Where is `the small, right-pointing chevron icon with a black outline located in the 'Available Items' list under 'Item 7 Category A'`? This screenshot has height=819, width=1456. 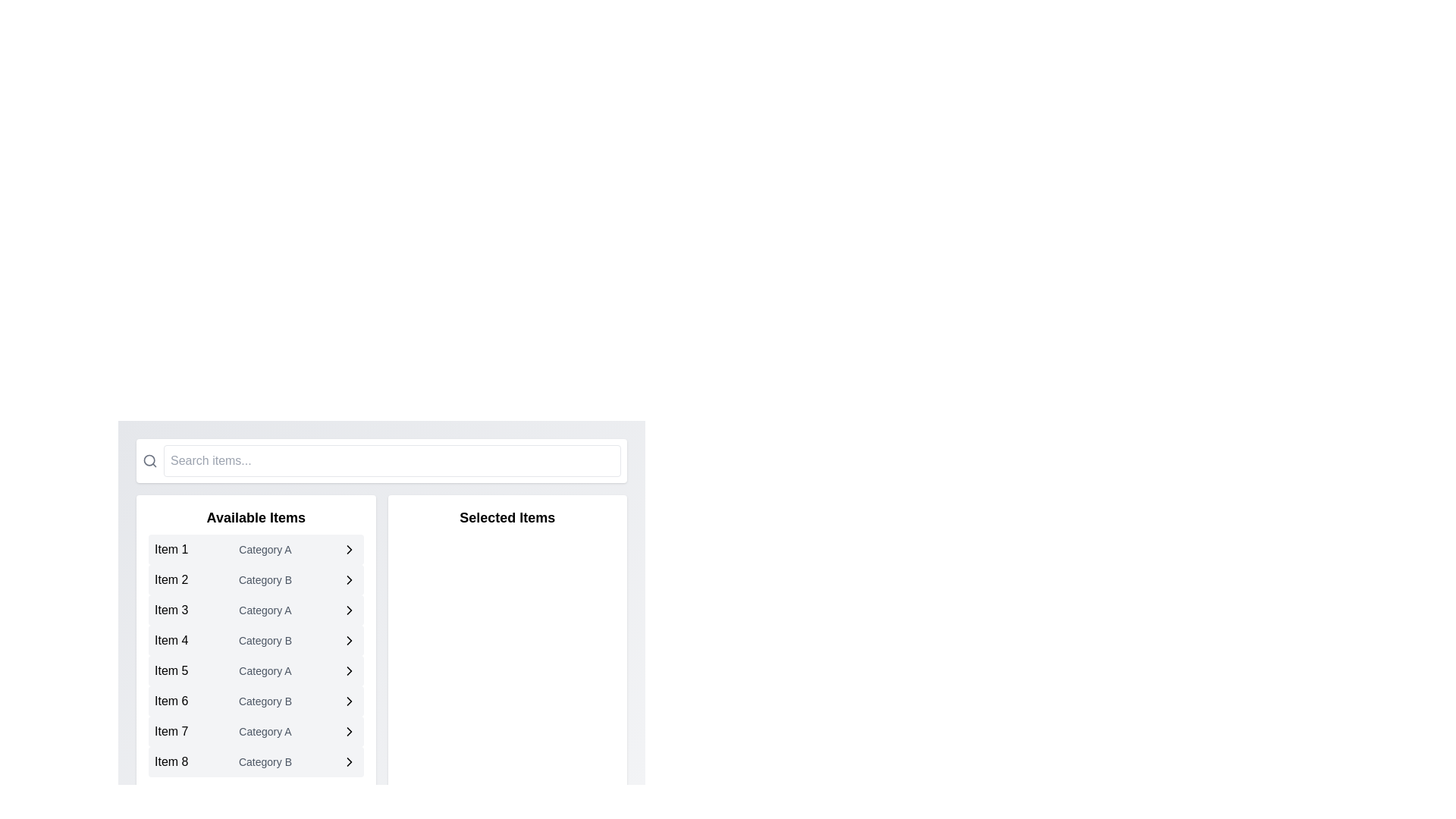
the small, right-pointing chevron icon with a black outline located in the 'Available Items' list under 'Item 7 Category A' is located at coordinates (349, 730).